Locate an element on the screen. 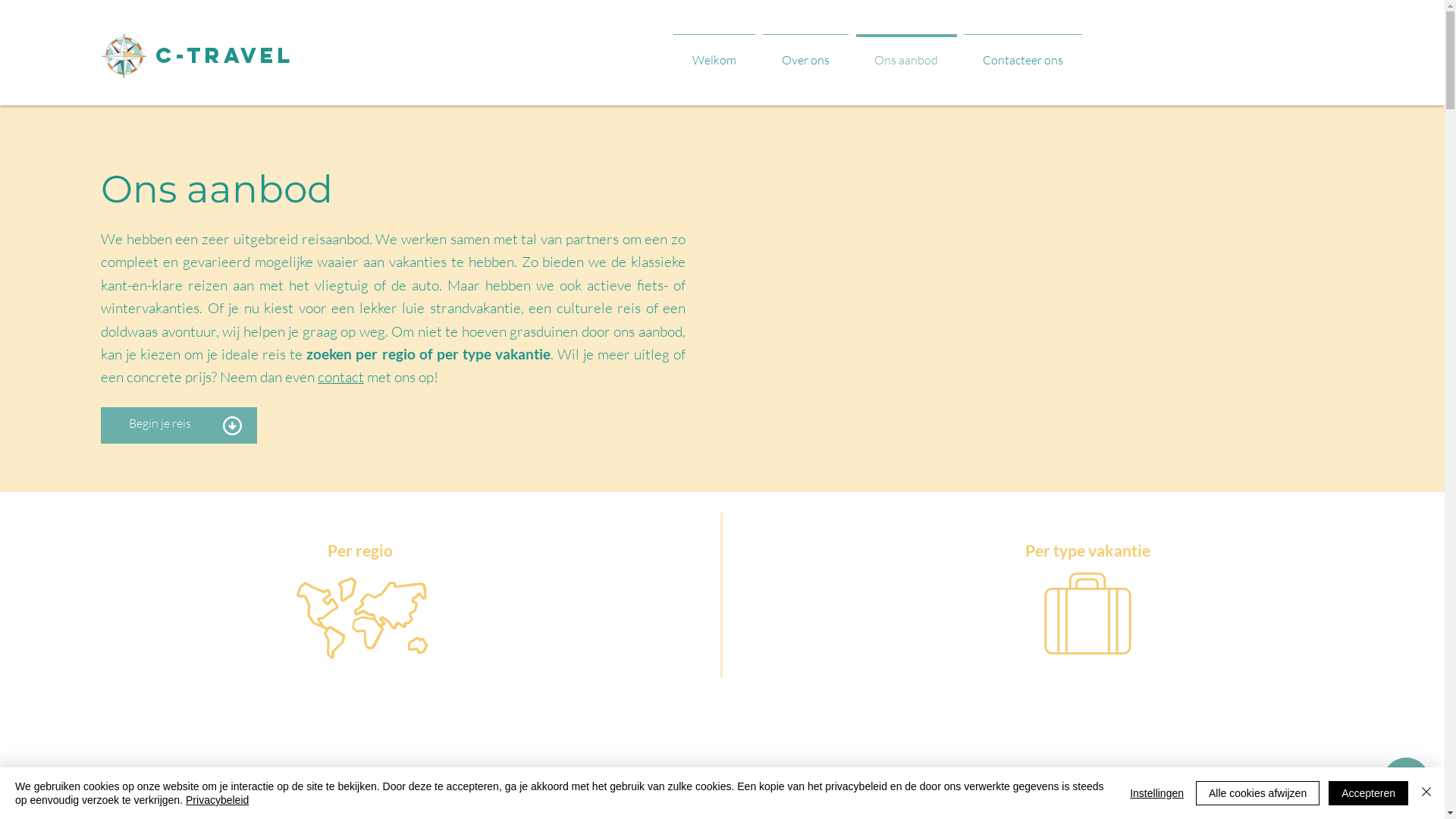  'C-TRAVEL' is located at coordinates (155, 55).